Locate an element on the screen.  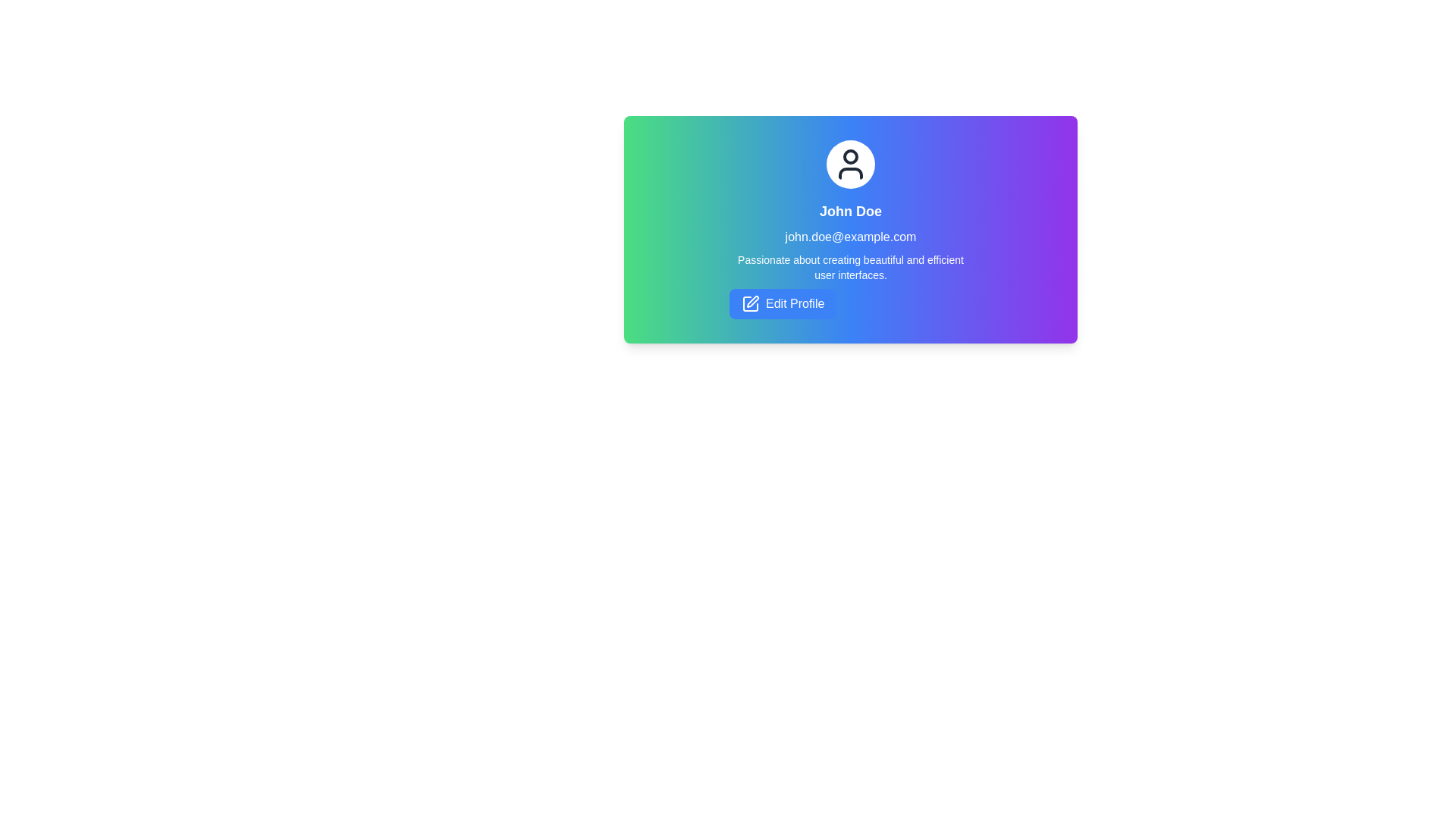
the circular button icon adjacent to the 'Edit Profile' text, which serves as a visual cue for editing user details is located at coordinates (750, 304).